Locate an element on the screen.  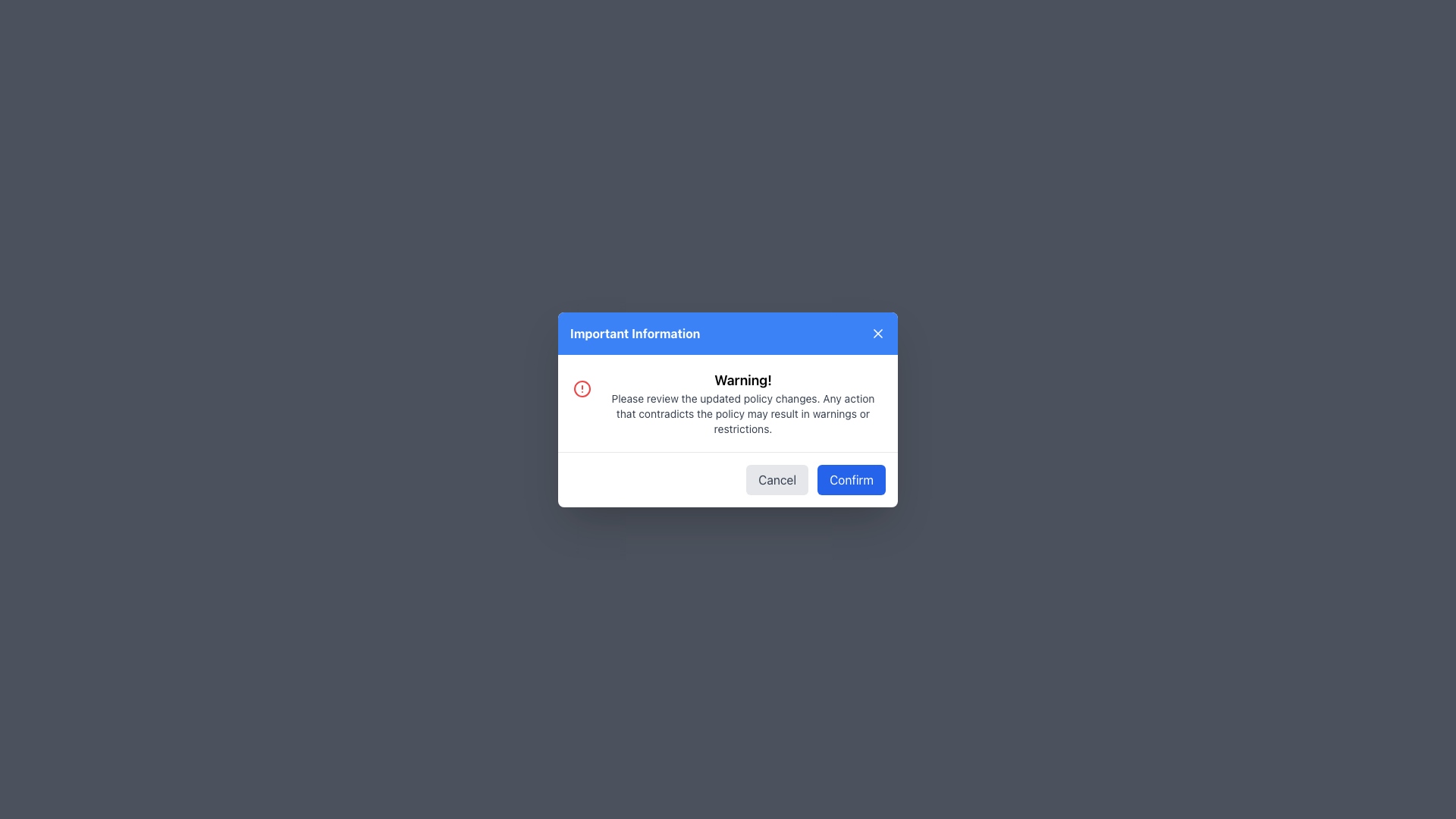
the 'X' icon in the top-right corner of the 'Important Information' modal is located at coordinates (877, 332).